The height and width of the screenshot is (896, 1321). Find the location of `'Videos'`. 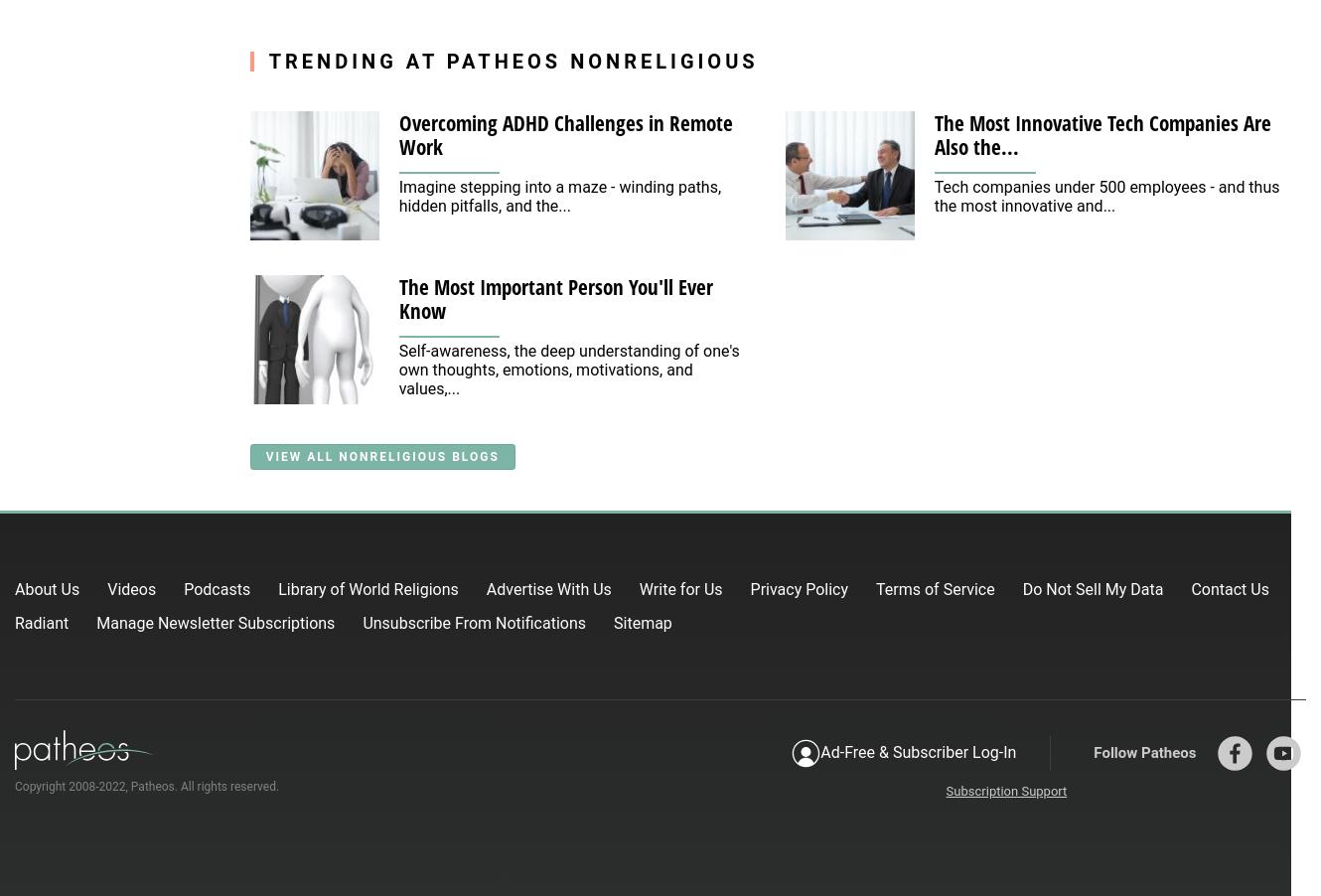

'Videos' is located at coordinates (131, 588).